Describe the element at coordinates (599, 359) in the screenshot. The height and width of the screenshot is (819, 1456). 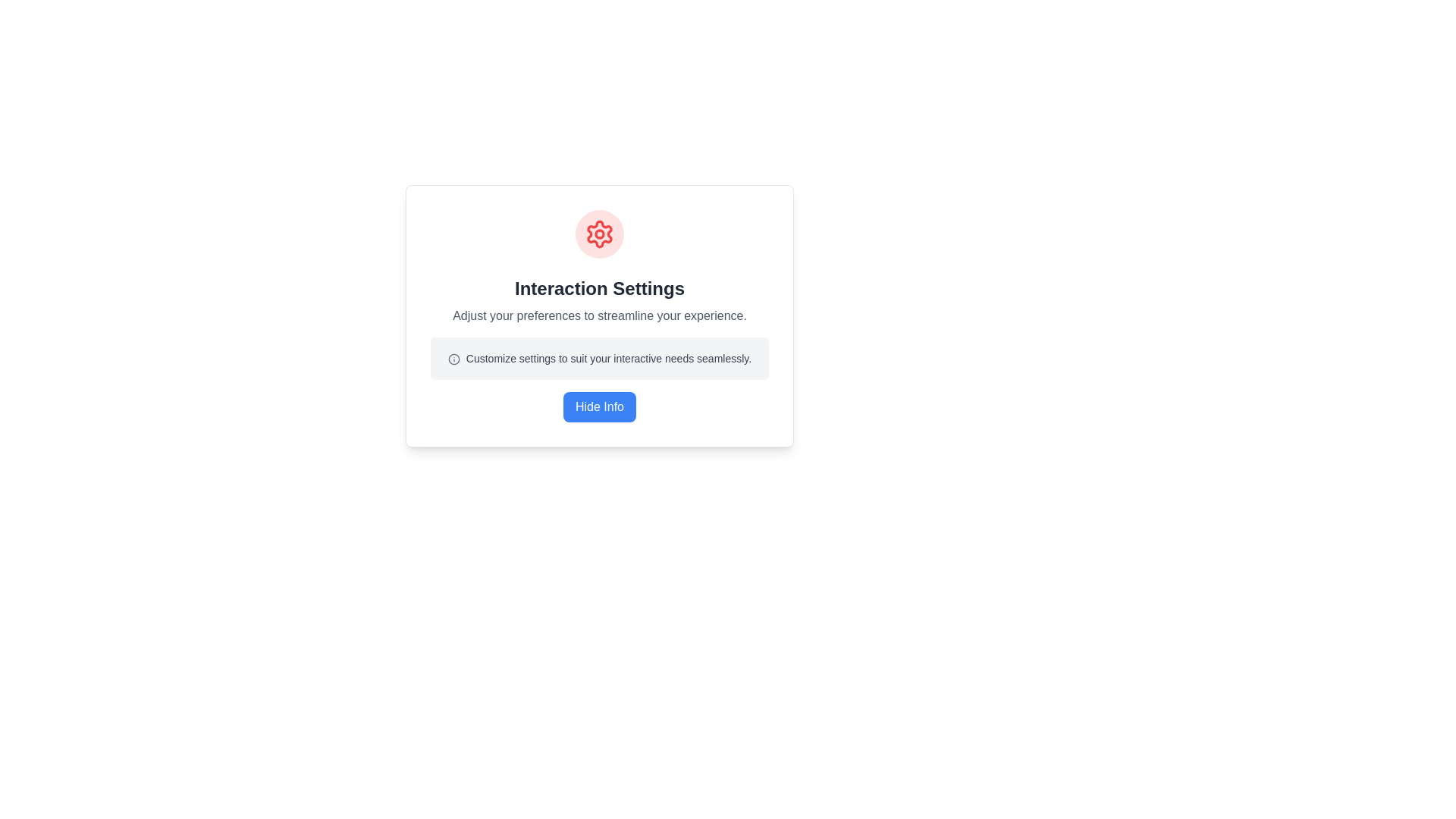
I see `the informational text box with a light gray background and an information icon, located below the subtitle 'Adjust your preferences to streamline your experience.'` at that location.